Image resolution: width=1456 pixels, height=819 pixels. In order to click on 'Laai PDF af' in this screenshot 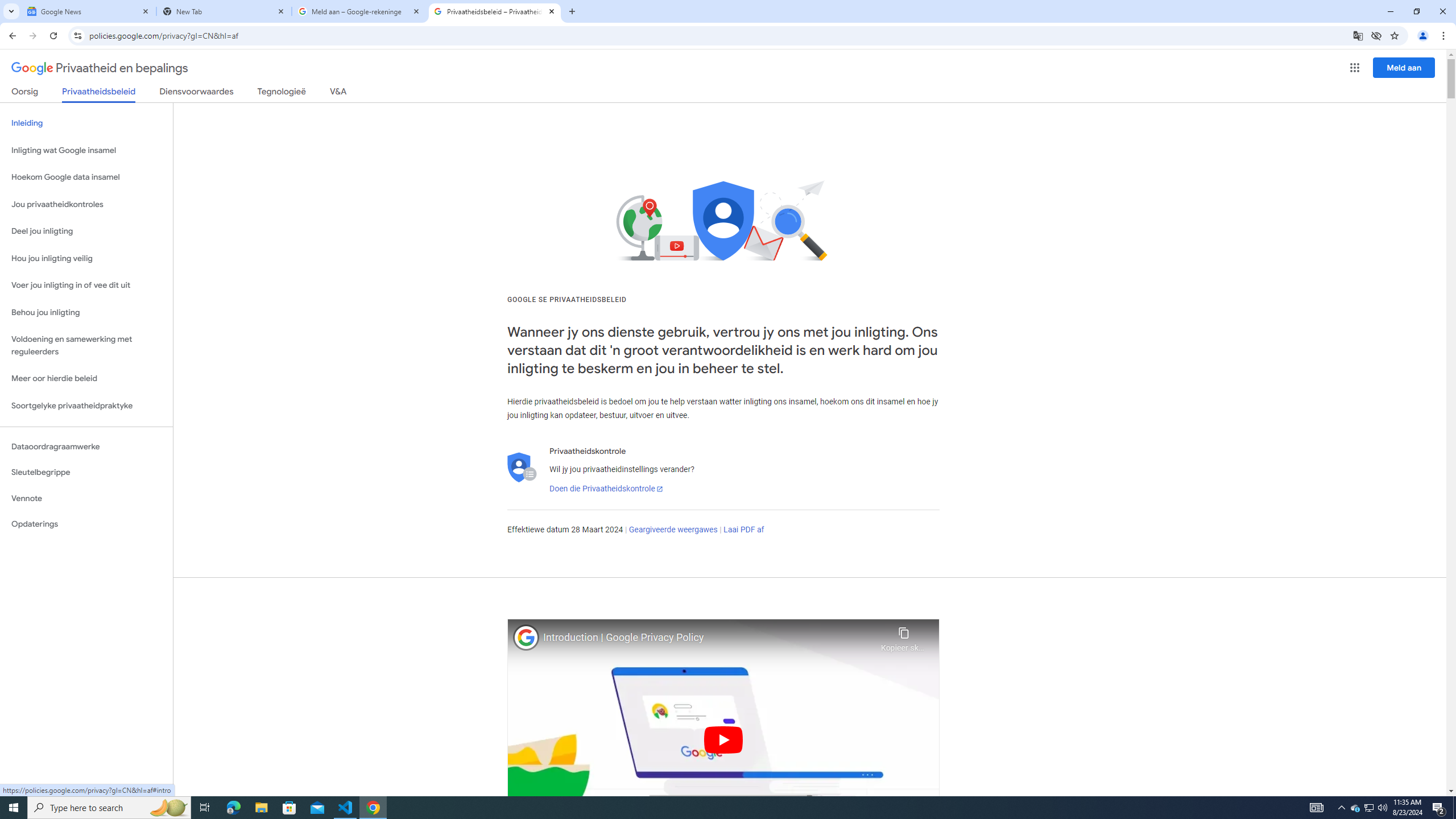, I will do `click(744, 529)`.